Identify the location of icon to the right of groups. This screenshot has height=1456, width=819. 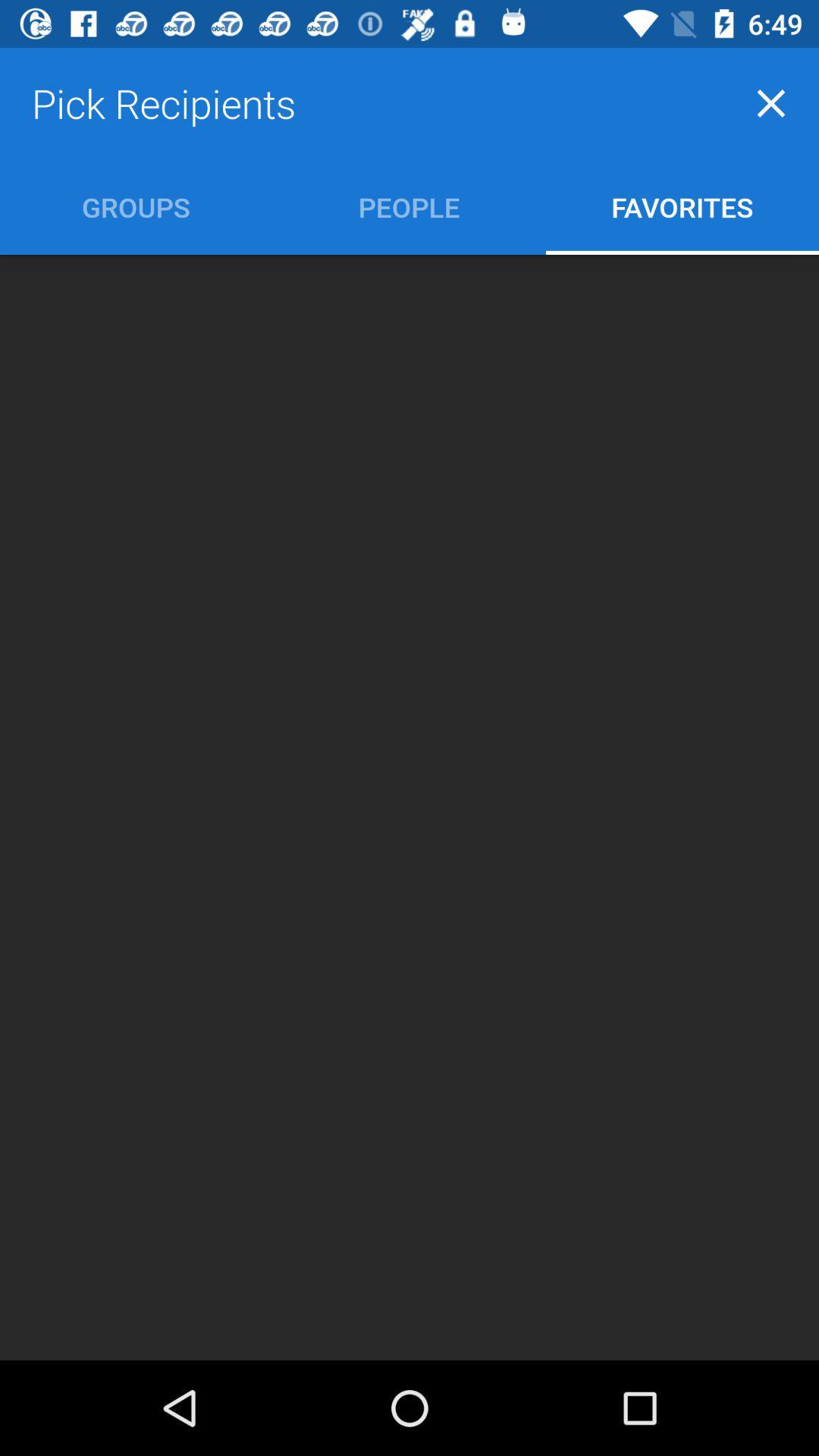
(408, 206).